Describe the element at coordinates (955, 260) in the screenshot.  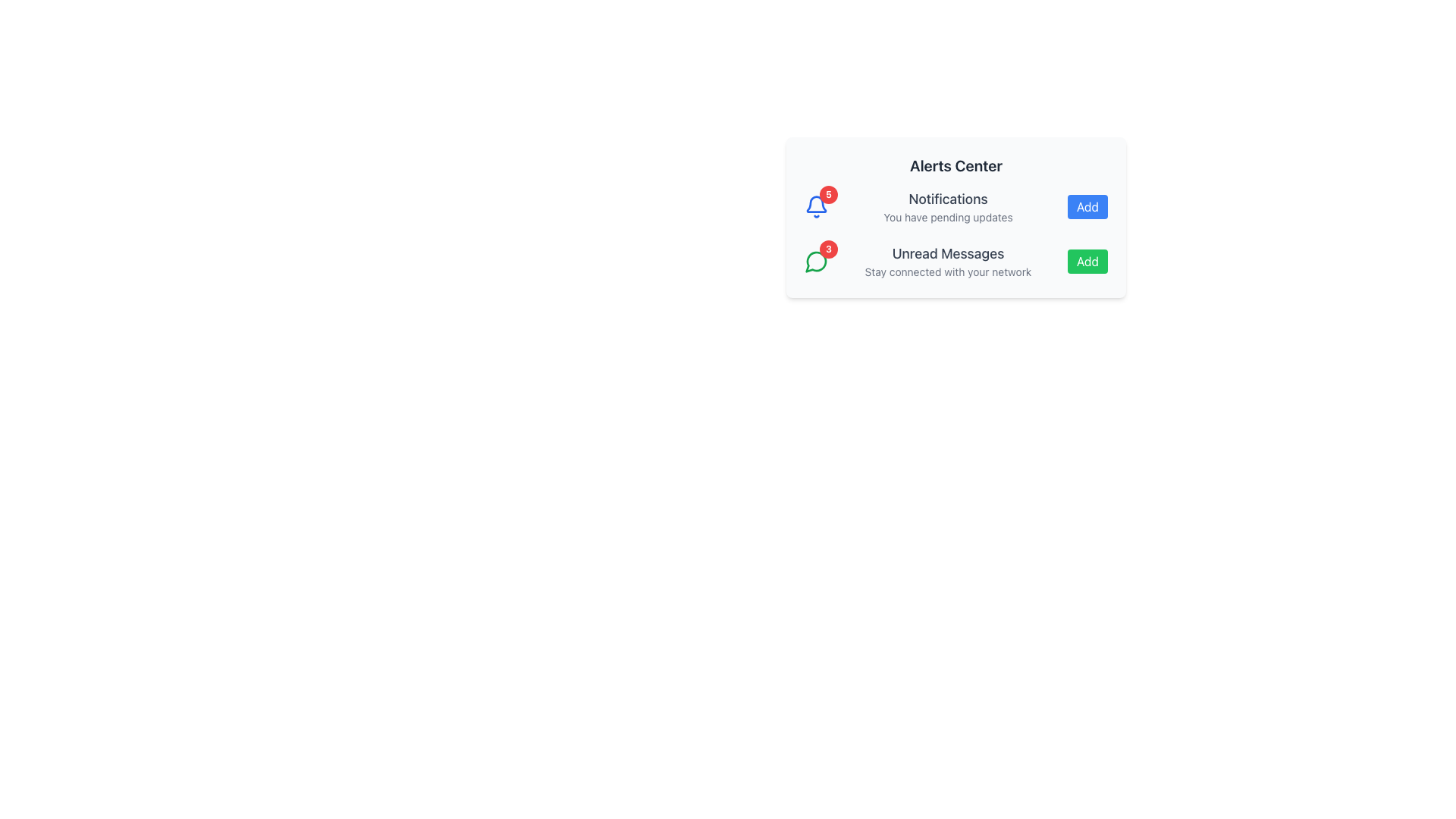
I see `the Notification Card at the bottom of the two-item list to read the information provided within the card` at that location.